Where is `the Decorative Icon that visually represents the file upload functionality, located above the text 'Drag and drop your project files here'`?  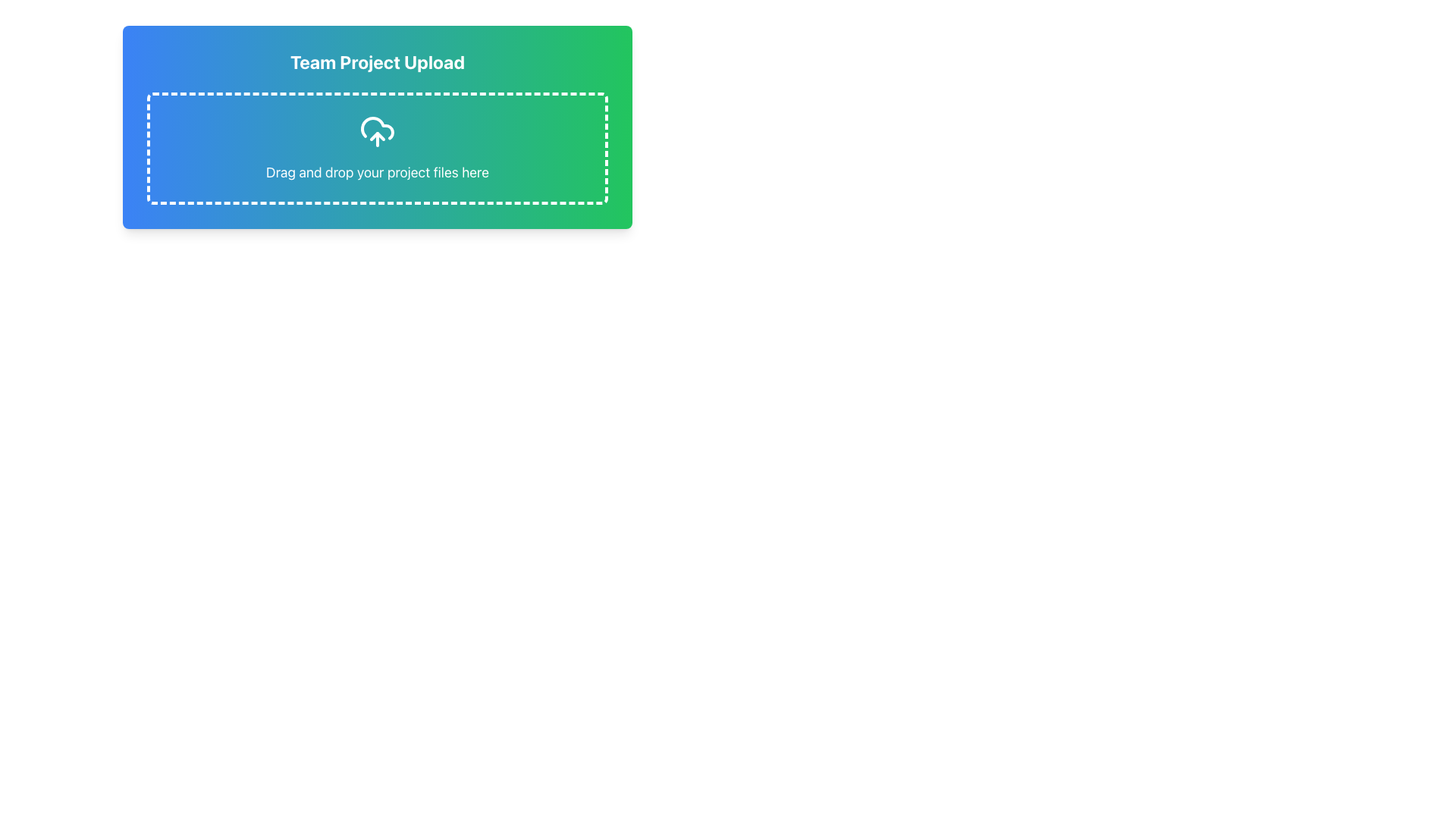
the Decorative Icon that visually represents the file upload functionality, located above the text 'Drag and drop your project files here' is located at coordinates (378, 130).